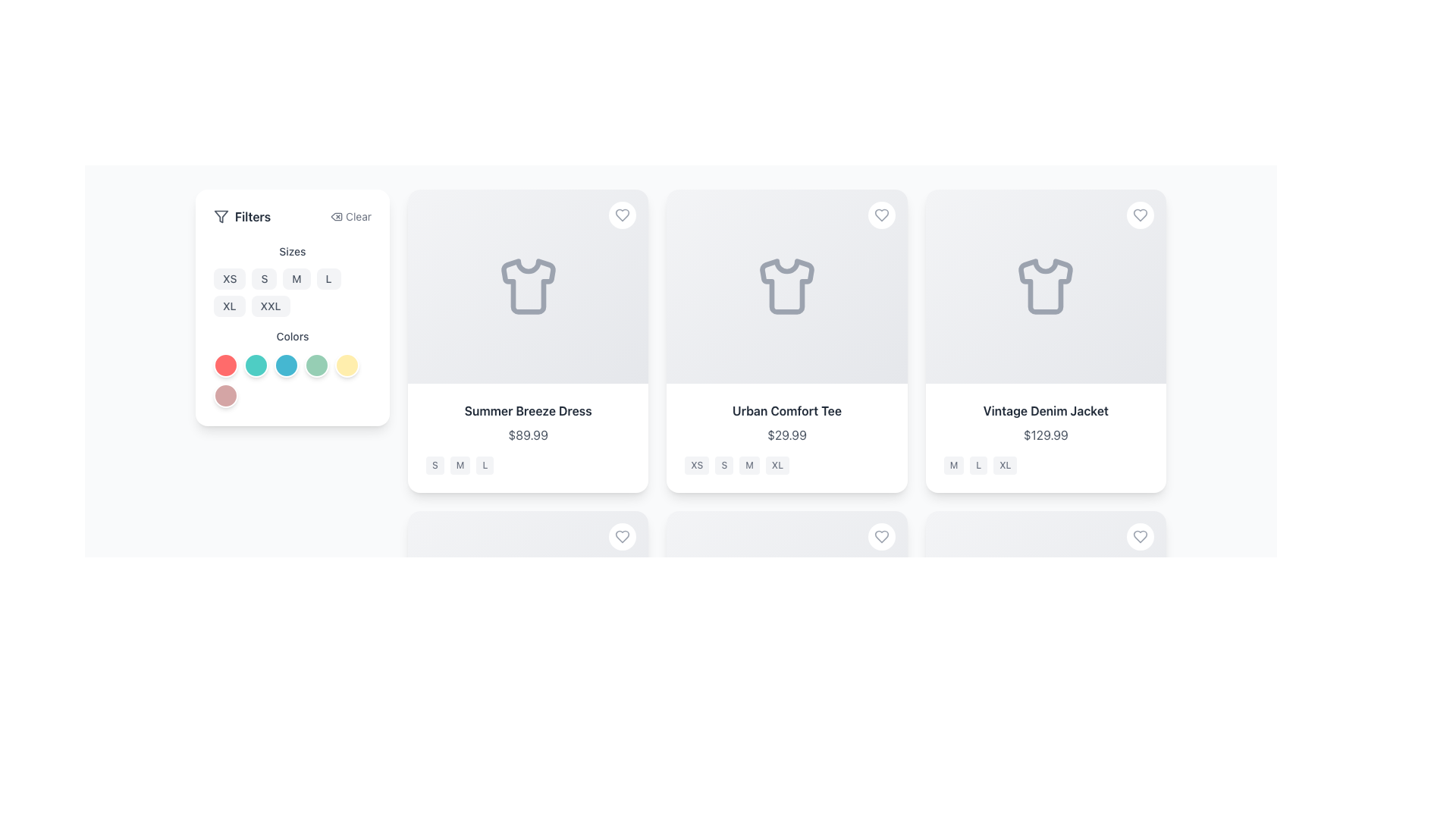 The height and width of the screenshot is (819, 1456). What do you see at coordinates (881, 215) in the screenshot?
I see `the heart icon located at the top-right corner of the 'Urban Comfort Tee' product card to mark it as a favorite` at bounding box center [881, 215].